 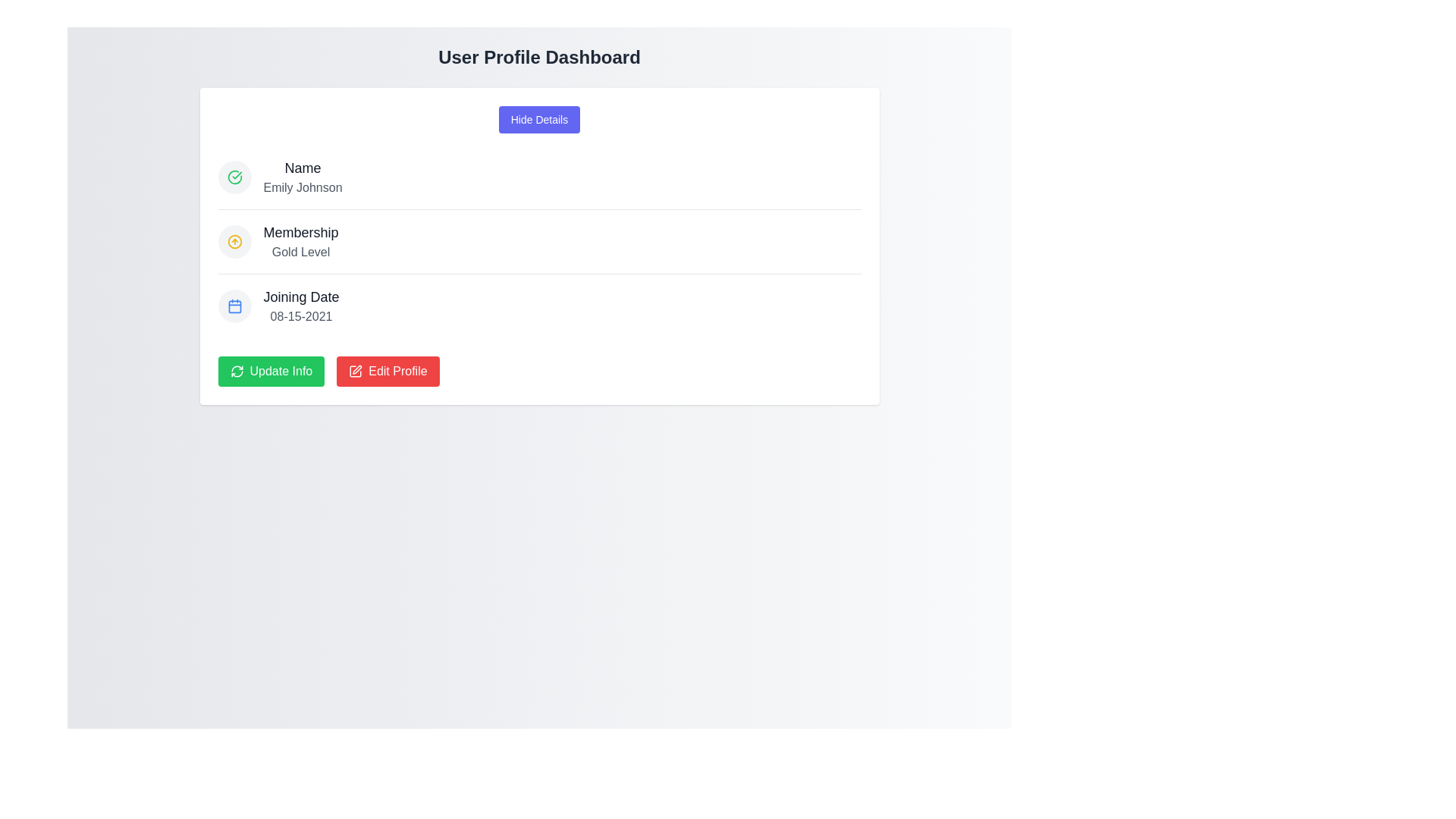 I want to click on the text label displaying the user's name, 'Emily Johnson', located below the text 'Name' in the top left area of the content card, so click(x=303, y=187).